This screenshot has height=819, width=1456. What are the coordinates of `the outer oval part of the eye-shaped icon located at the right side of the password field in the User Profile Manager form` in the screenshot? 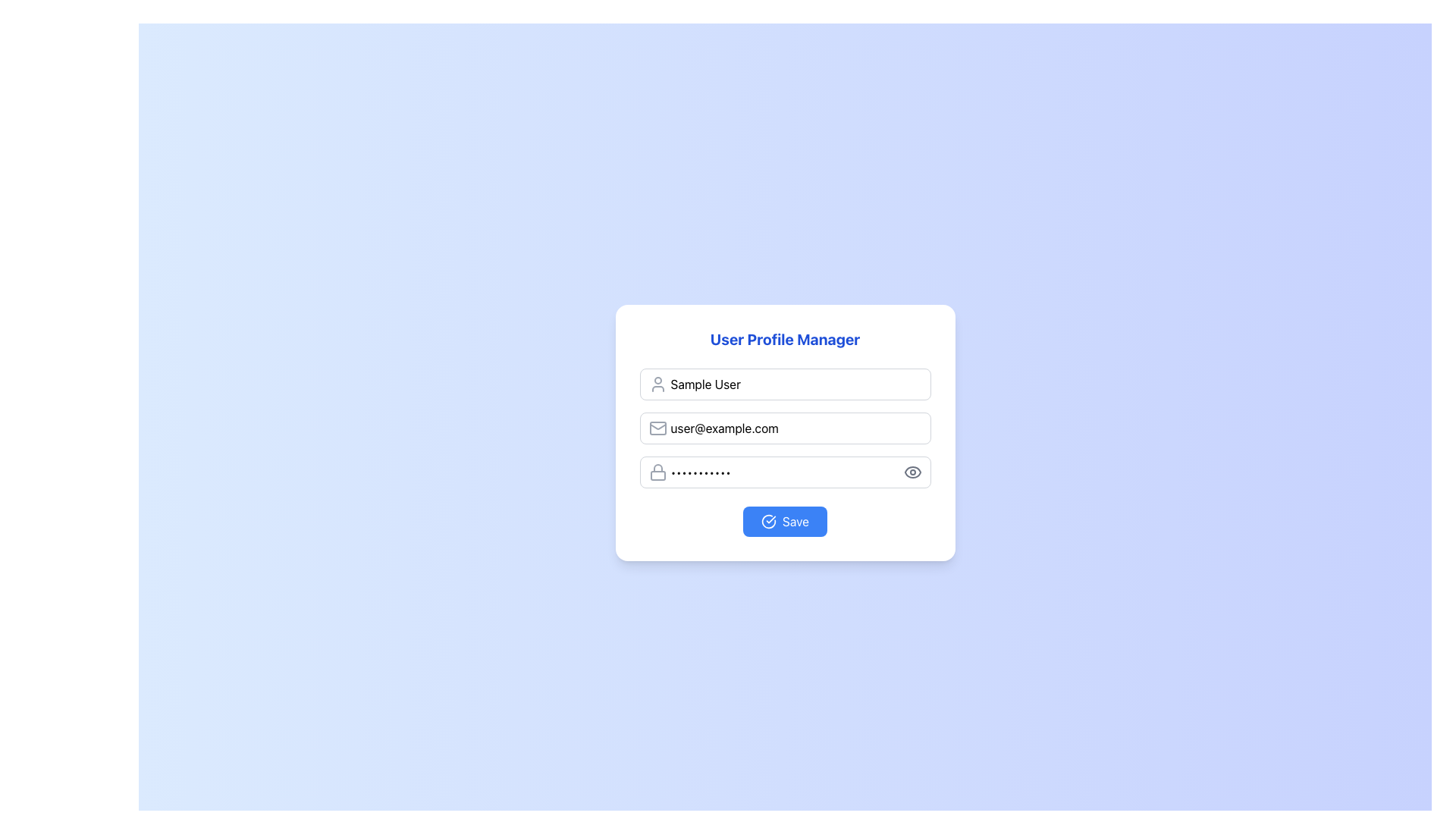 It's located at (912, 472).